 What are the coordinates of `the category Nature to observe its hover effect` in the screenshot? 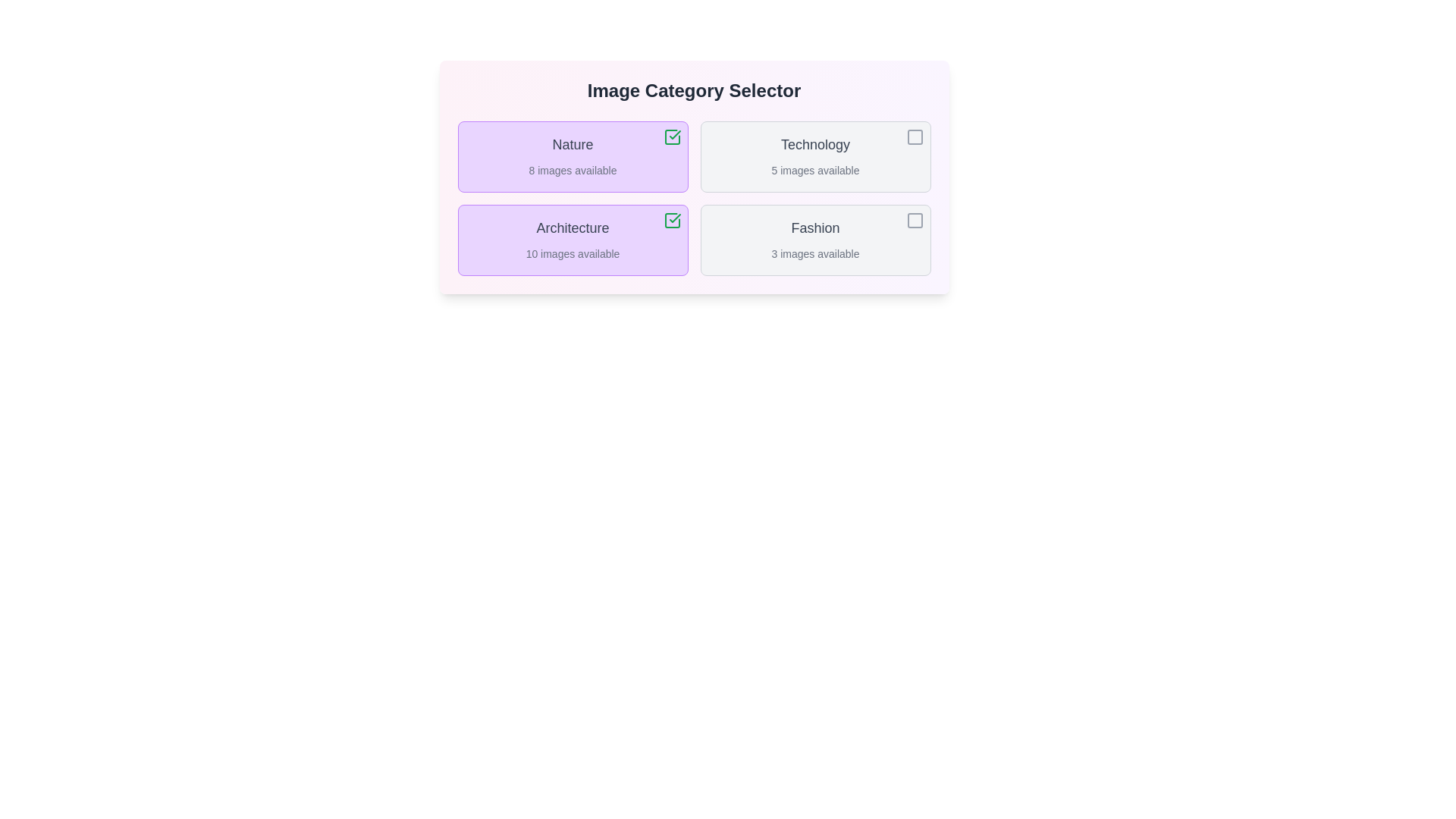 It's located at (572, 157).